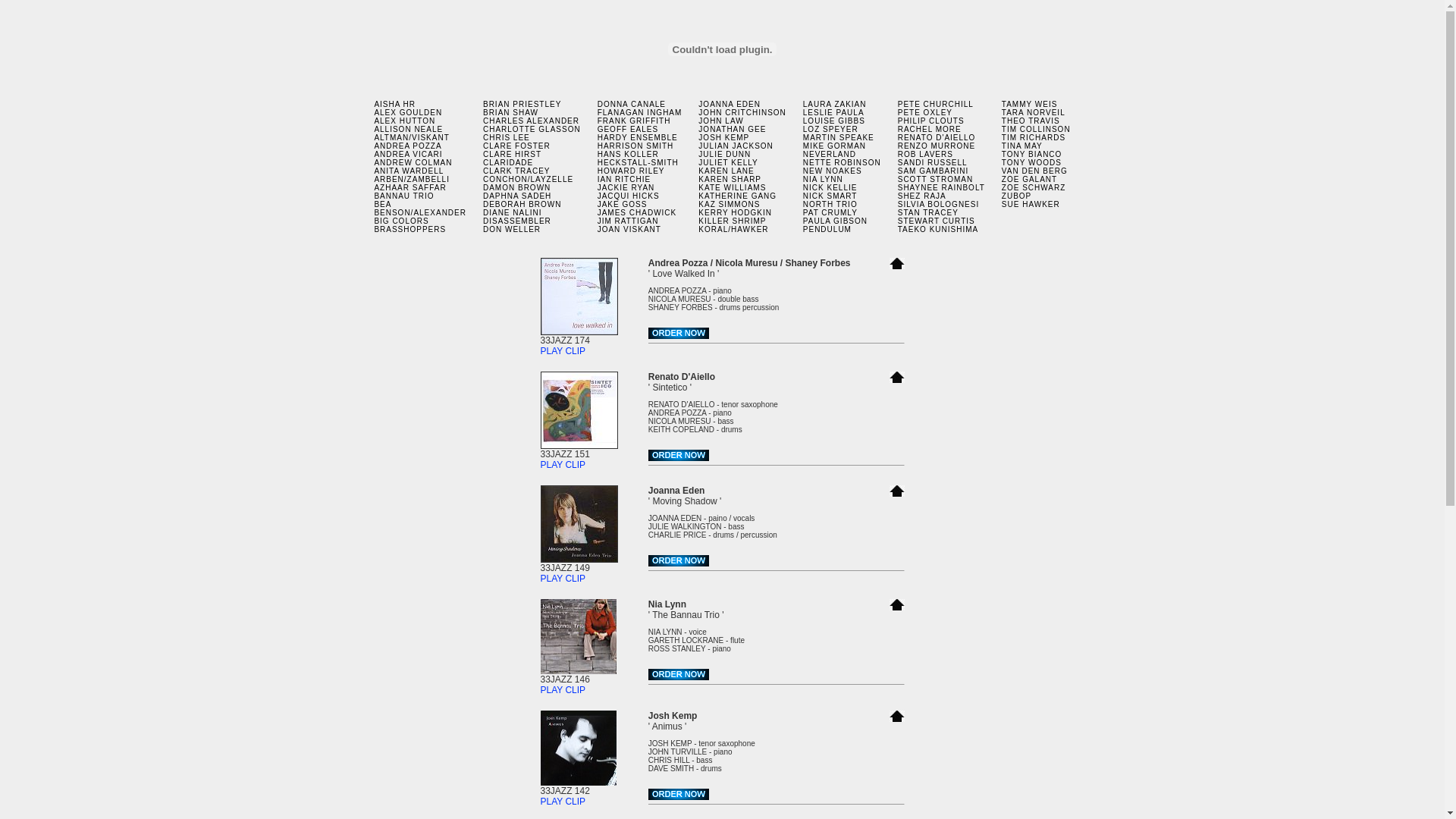  I want to click on 'CLARIDADE', so click(508, 162).